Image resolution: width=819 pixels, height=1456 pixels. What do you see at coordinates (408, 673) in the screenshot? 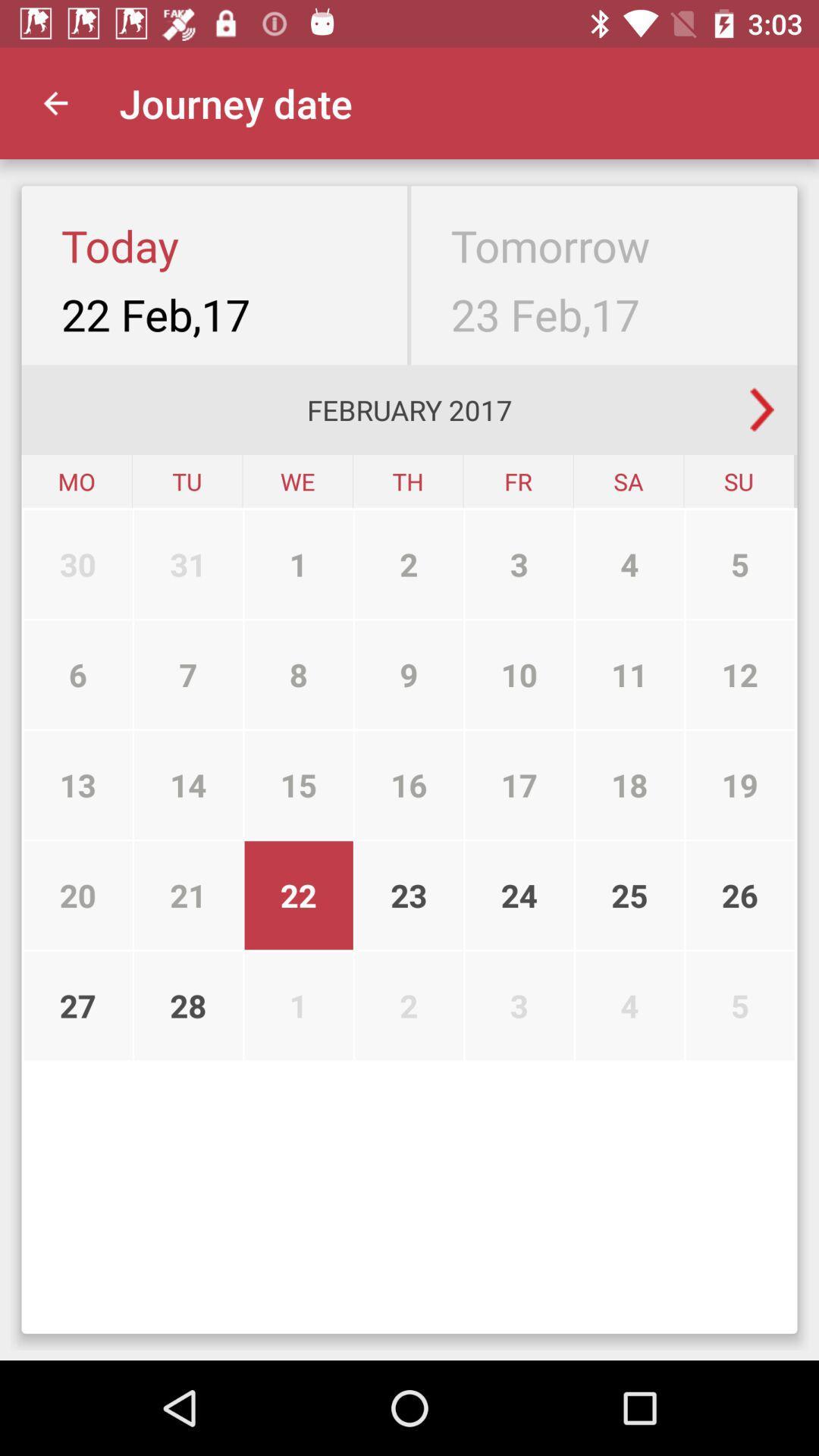
I see `the 9 icon` at bounding box center [408, 673].